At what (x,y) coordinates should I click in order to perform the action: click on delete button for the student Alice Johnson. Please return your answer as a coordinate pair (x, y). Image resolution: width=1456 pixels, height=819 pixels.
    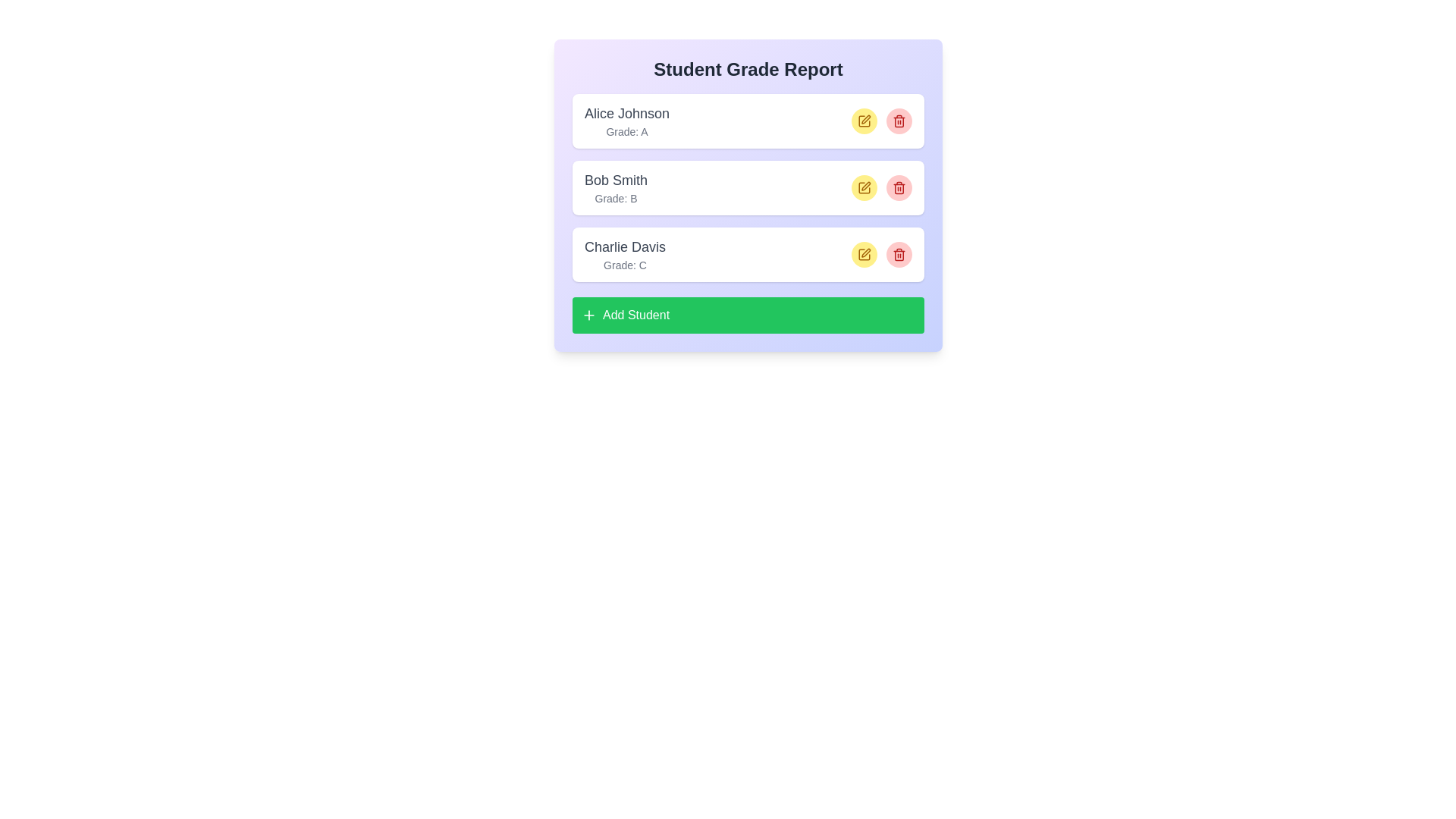
    Looking at the image, I should click on (899, 120).